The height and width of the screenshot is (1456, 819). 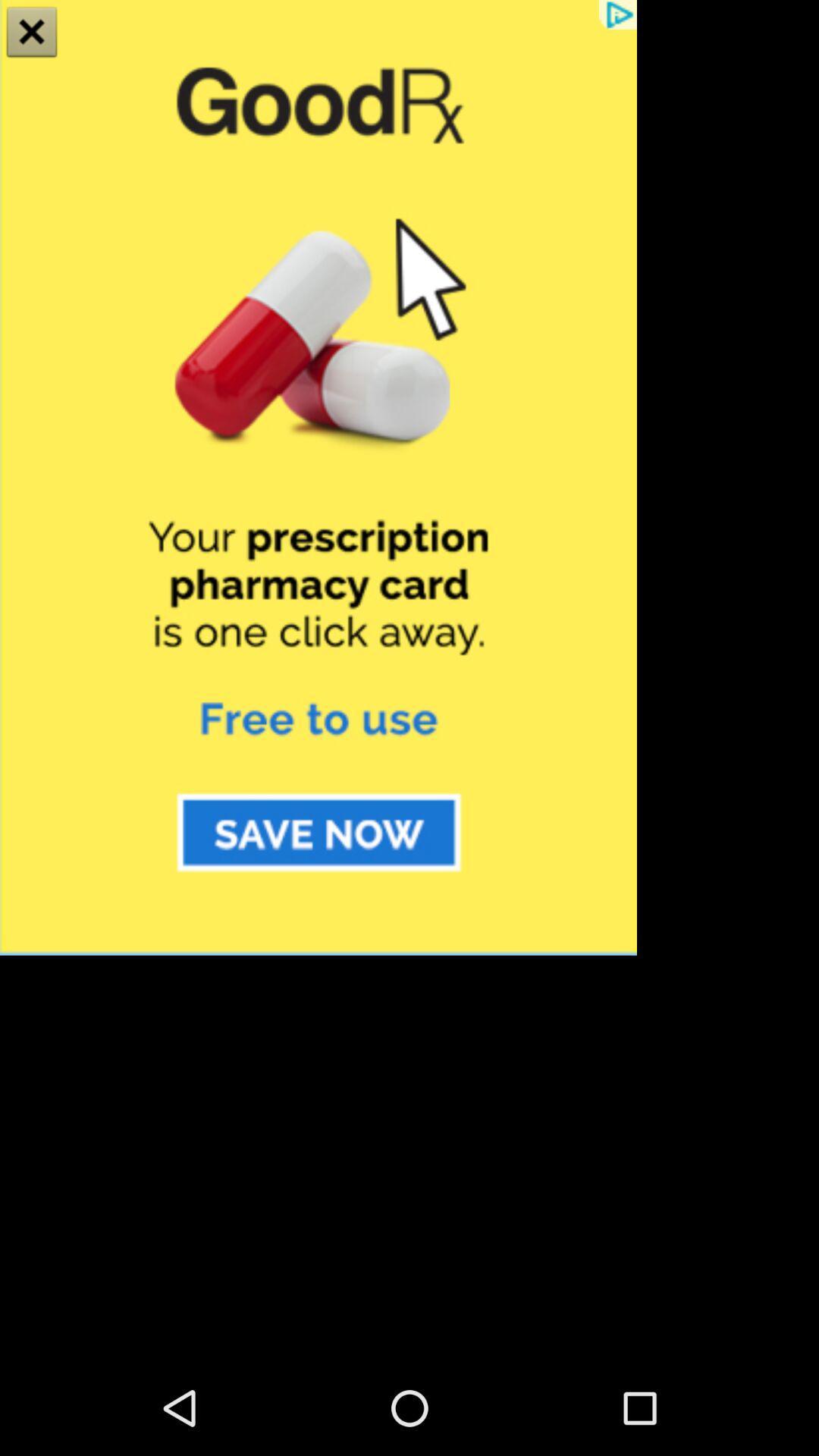 I want to click on the close icon, so click(x=32, y=33).